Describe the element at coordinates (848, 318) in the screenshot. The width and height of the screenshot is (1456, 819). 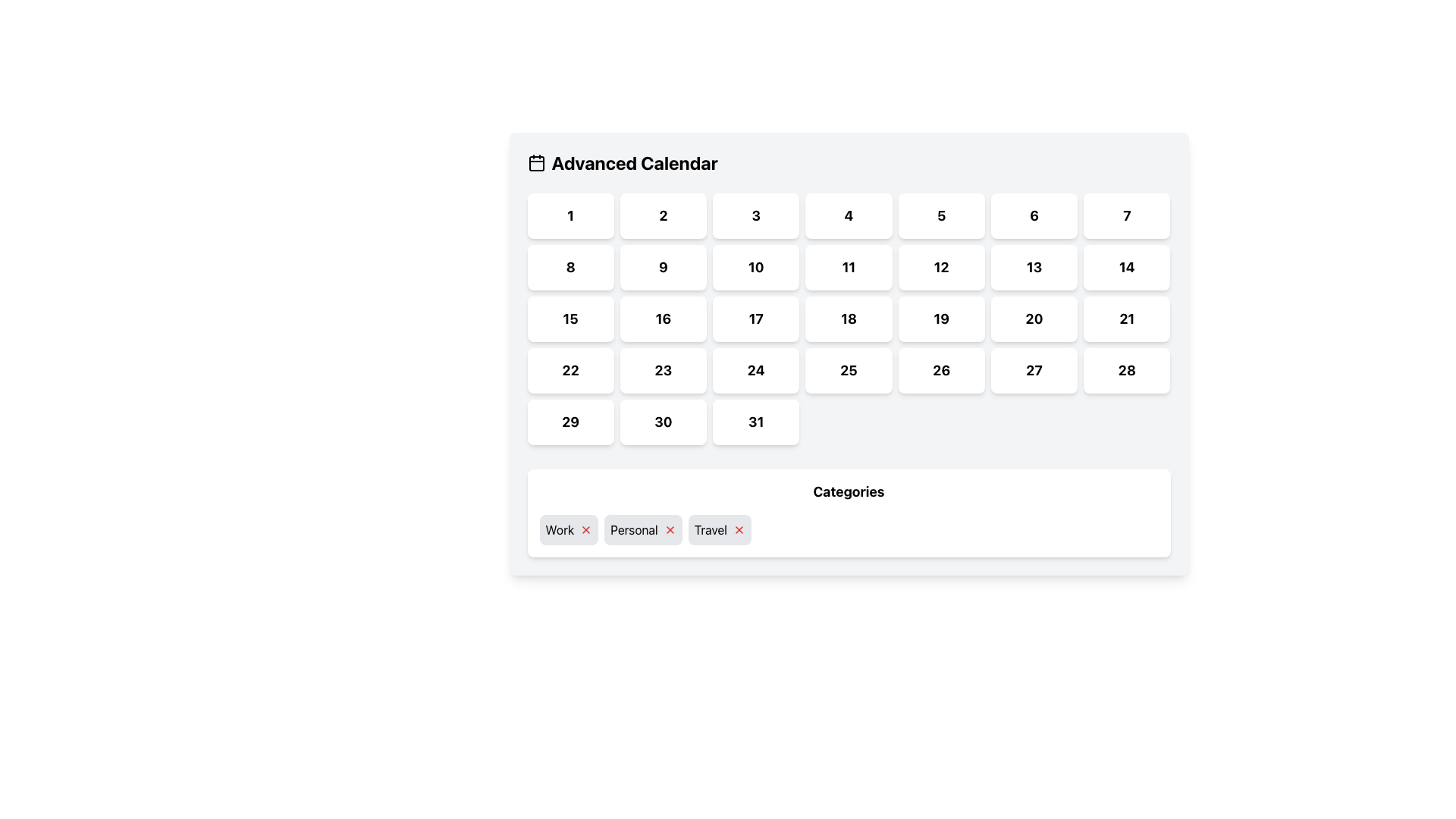
I see `to select the calendar day cell representing the day '18' located in the third row and fourth column of the calendar grid` at that location.